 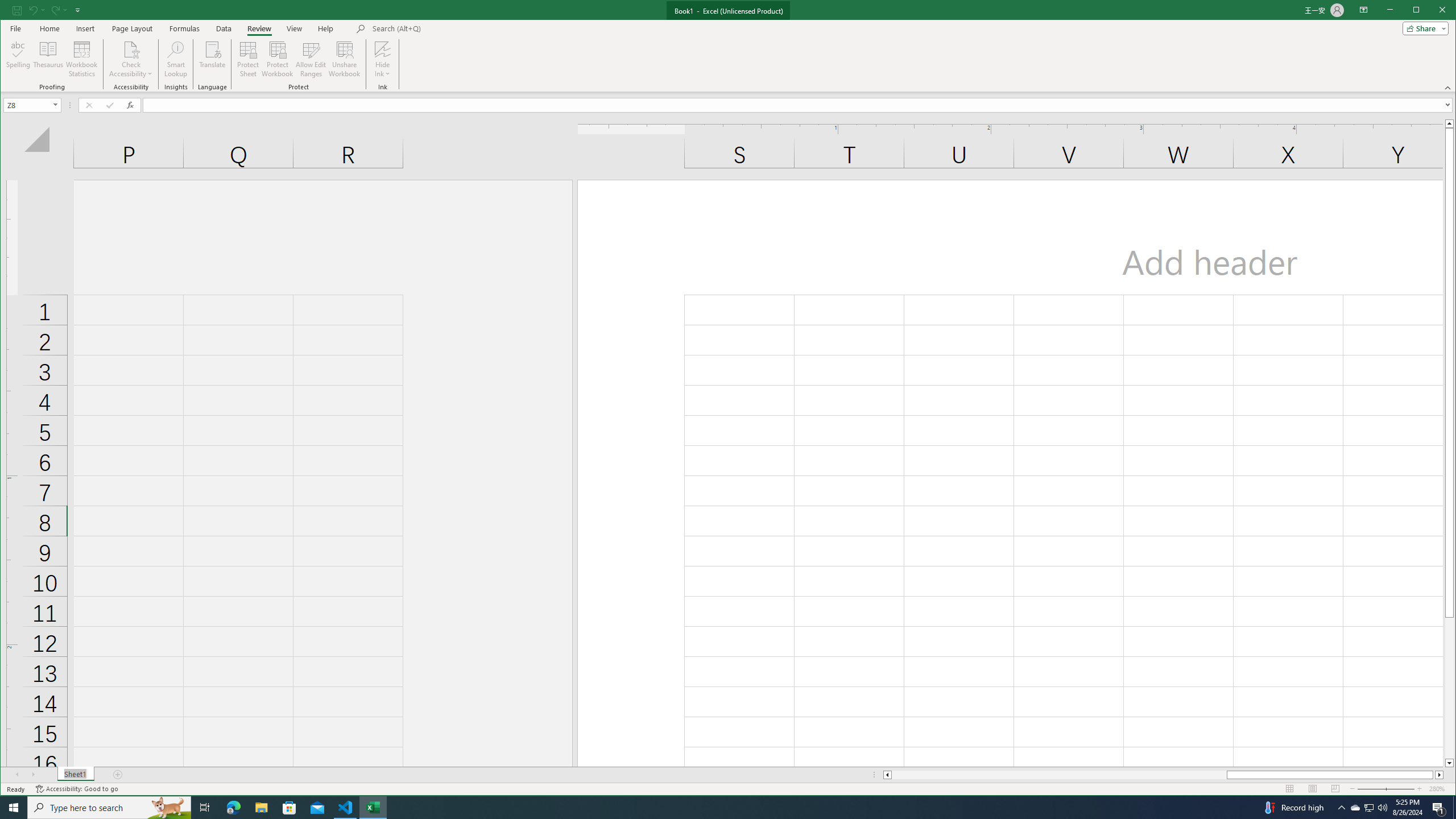 I want to click on 'Thesaurus...', so click(x=48, y=59).